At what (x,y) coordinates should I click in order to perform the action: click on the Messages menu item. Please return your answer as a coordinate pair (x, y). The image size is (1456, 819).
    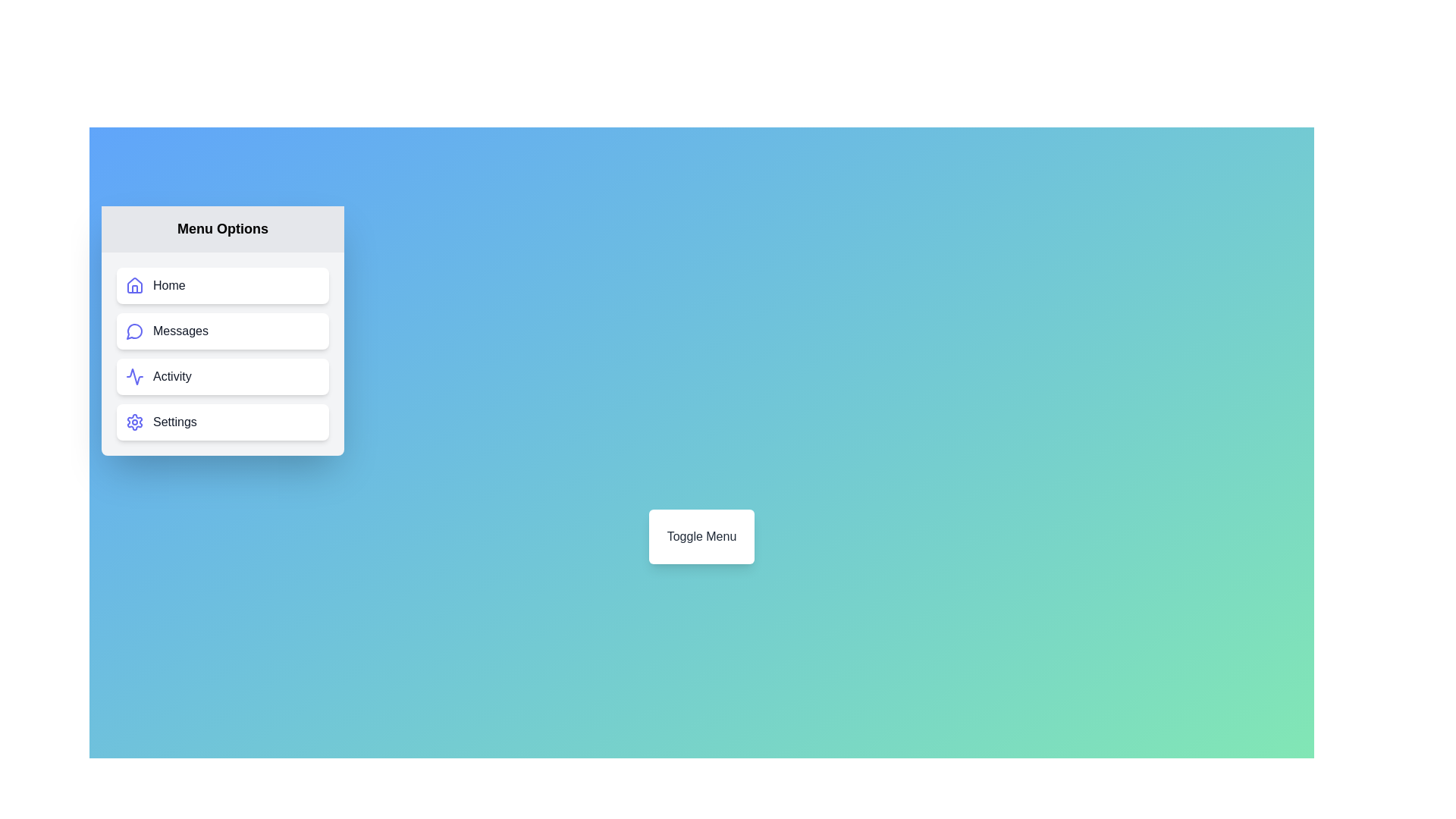
    Looking at the image, I should click on (221, 330).